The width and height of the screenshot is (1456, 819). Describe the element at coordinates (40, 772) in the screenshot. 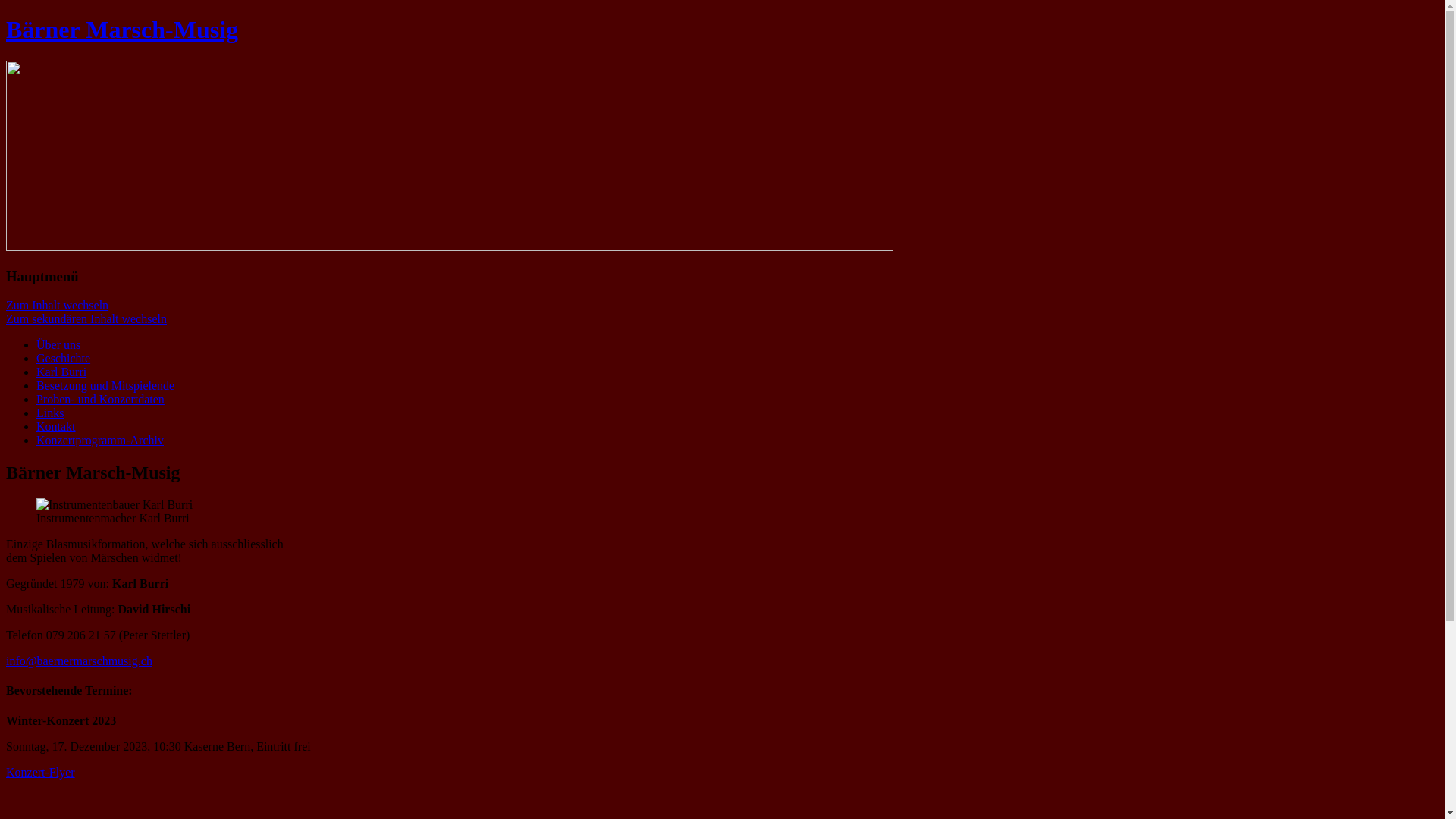

I see `'Konzert-Flyer'` at that location.